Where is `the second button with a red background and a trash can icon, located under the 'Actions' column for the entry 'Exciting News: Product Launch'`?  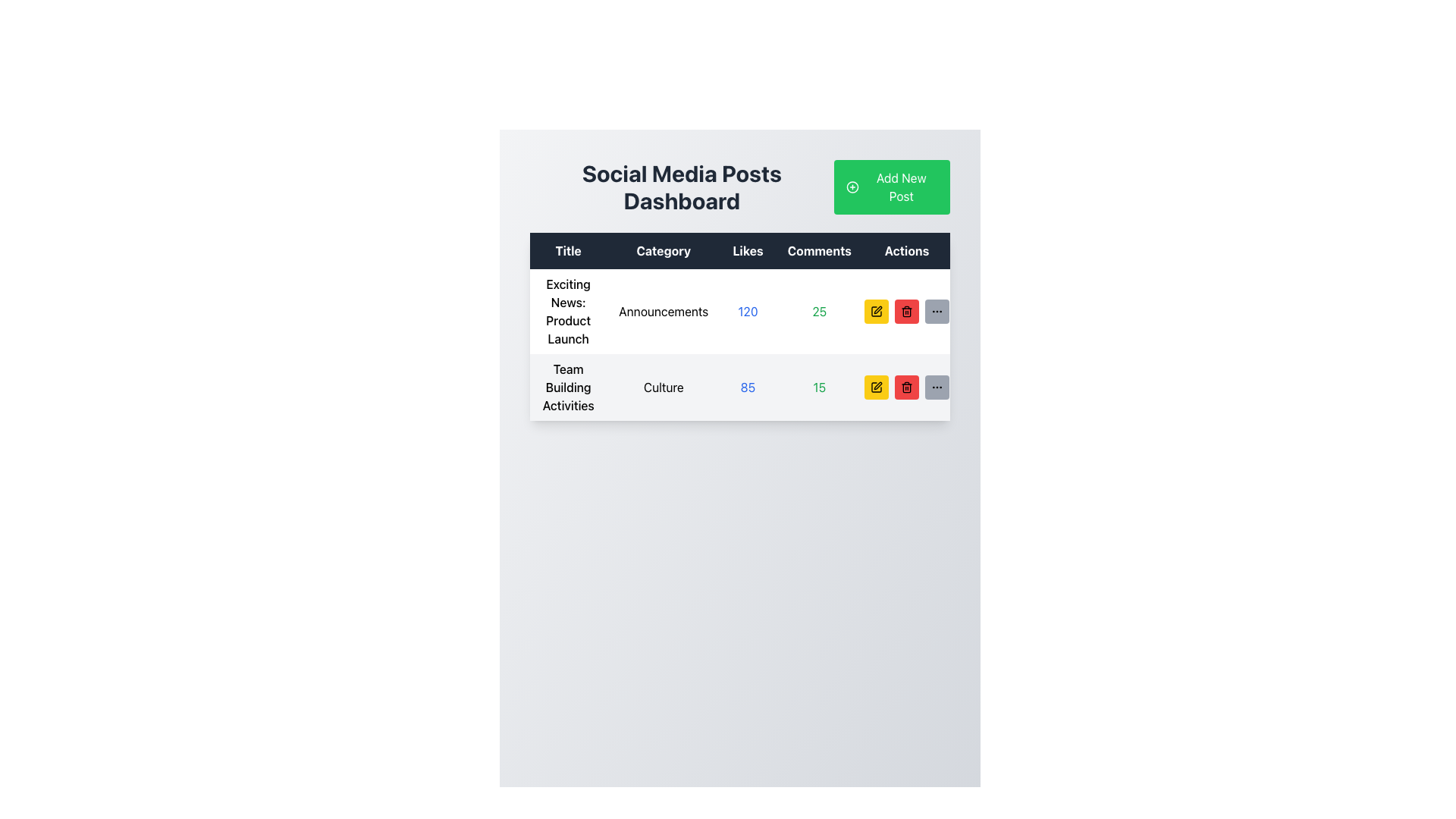 the second button with a red background and a trash can icon, located under the 'Actions' column for the entry 'Exciting News: Product Launch' is located at coordinates (906, 311).